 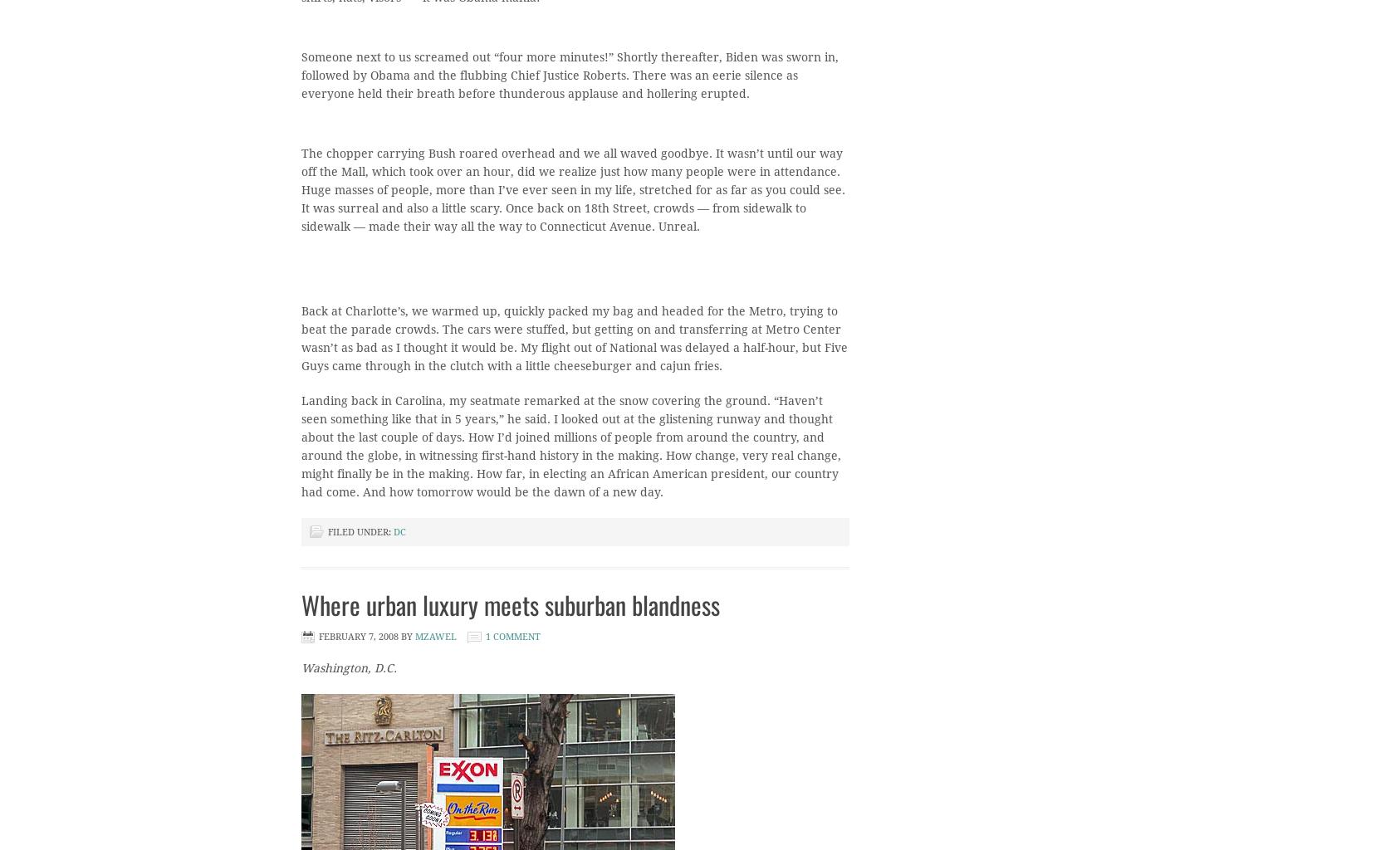 What do you see at coordinates (569, 76) in the screenshot?
I see `'Someone next to us screamed out “four more minutes!” Shortly thereafter, Biden was sworn in, followed by Obama and the flubbing Chief Justice Roberts. There was an eerie silence as everyone held their breath before thunderous applause and hollering erupted.'` at bounding box center [569, 76].